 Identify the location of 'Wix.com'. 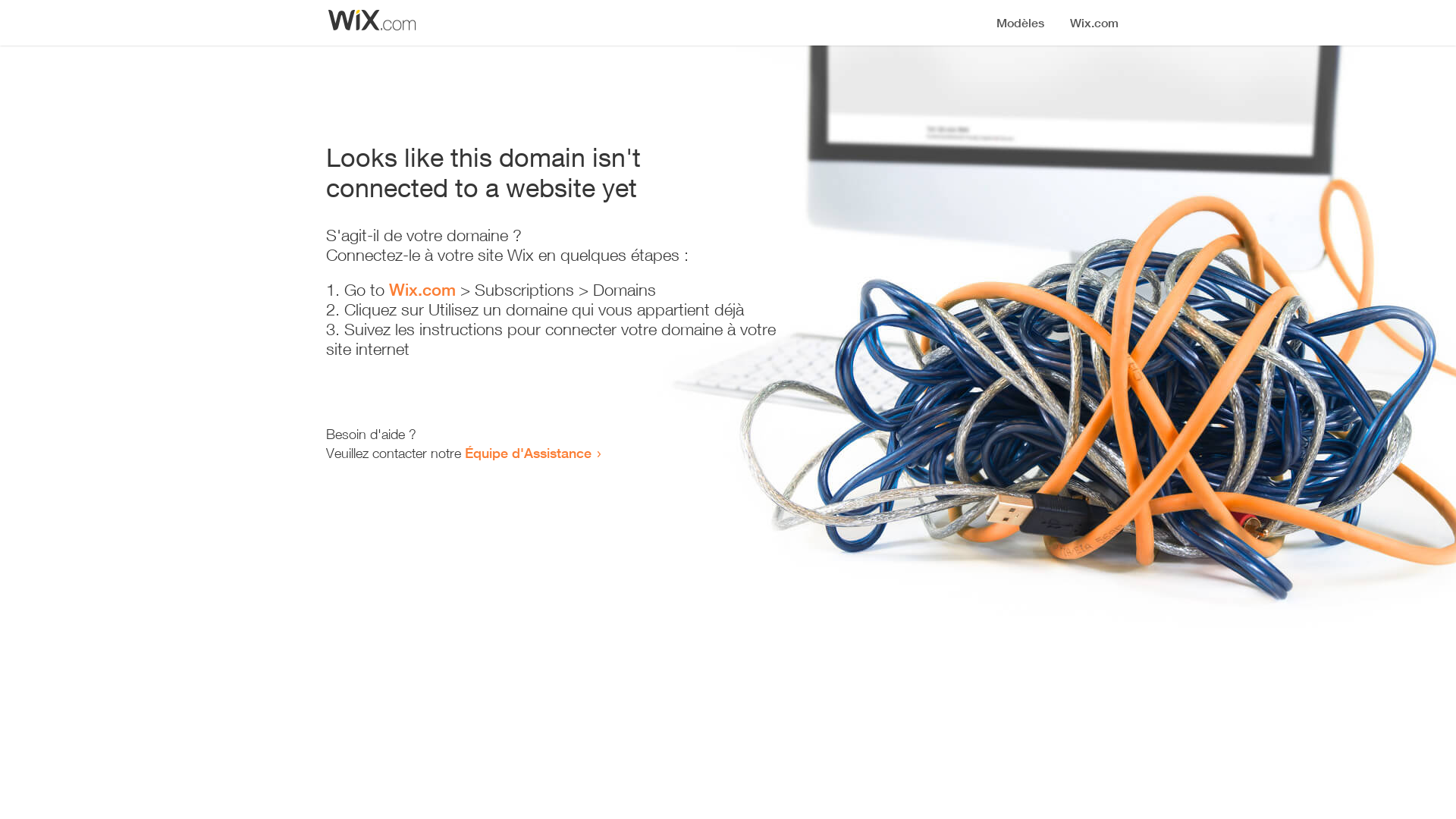
(422, 289).